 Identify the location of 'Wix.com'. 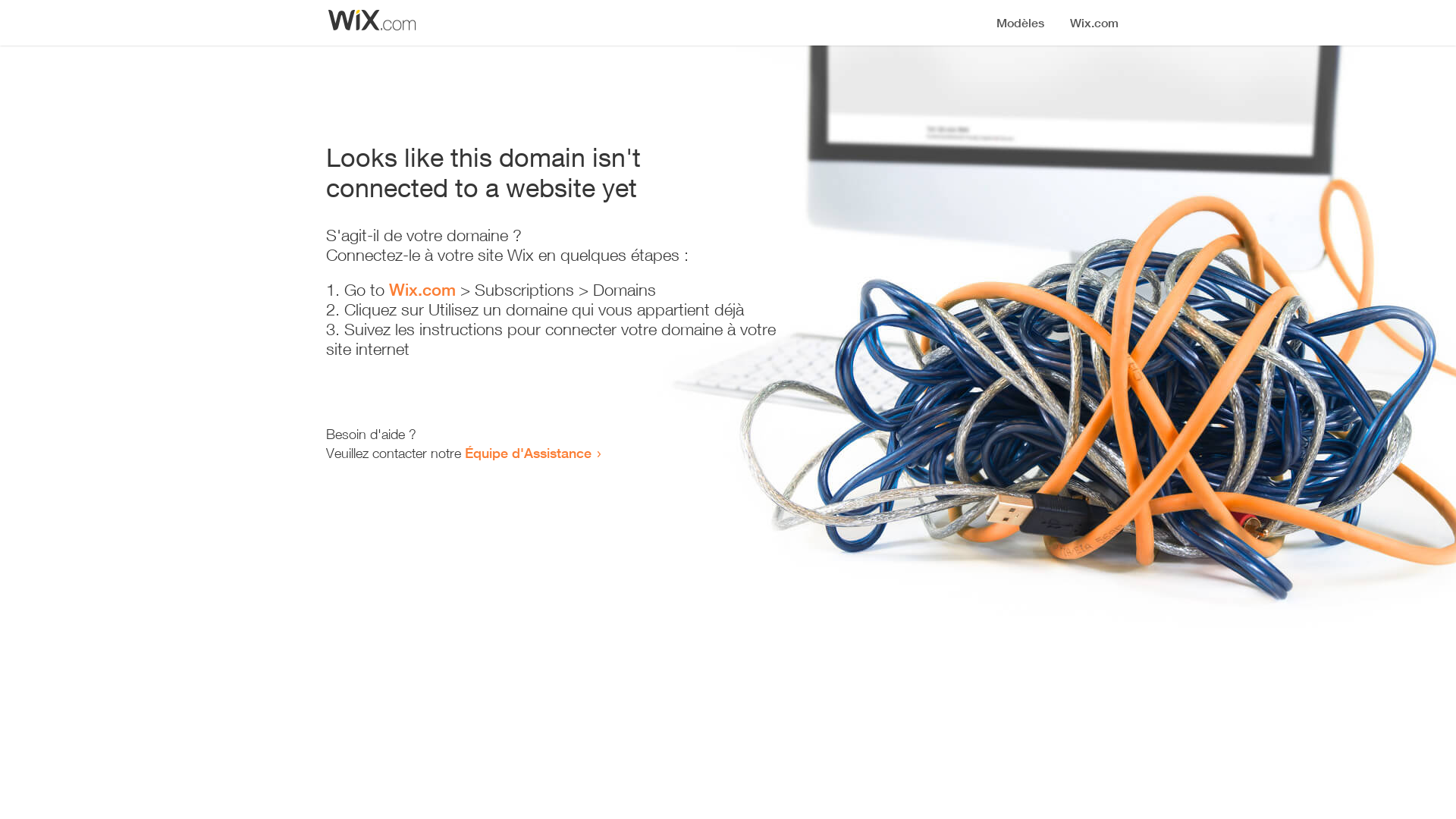
(422, 289).